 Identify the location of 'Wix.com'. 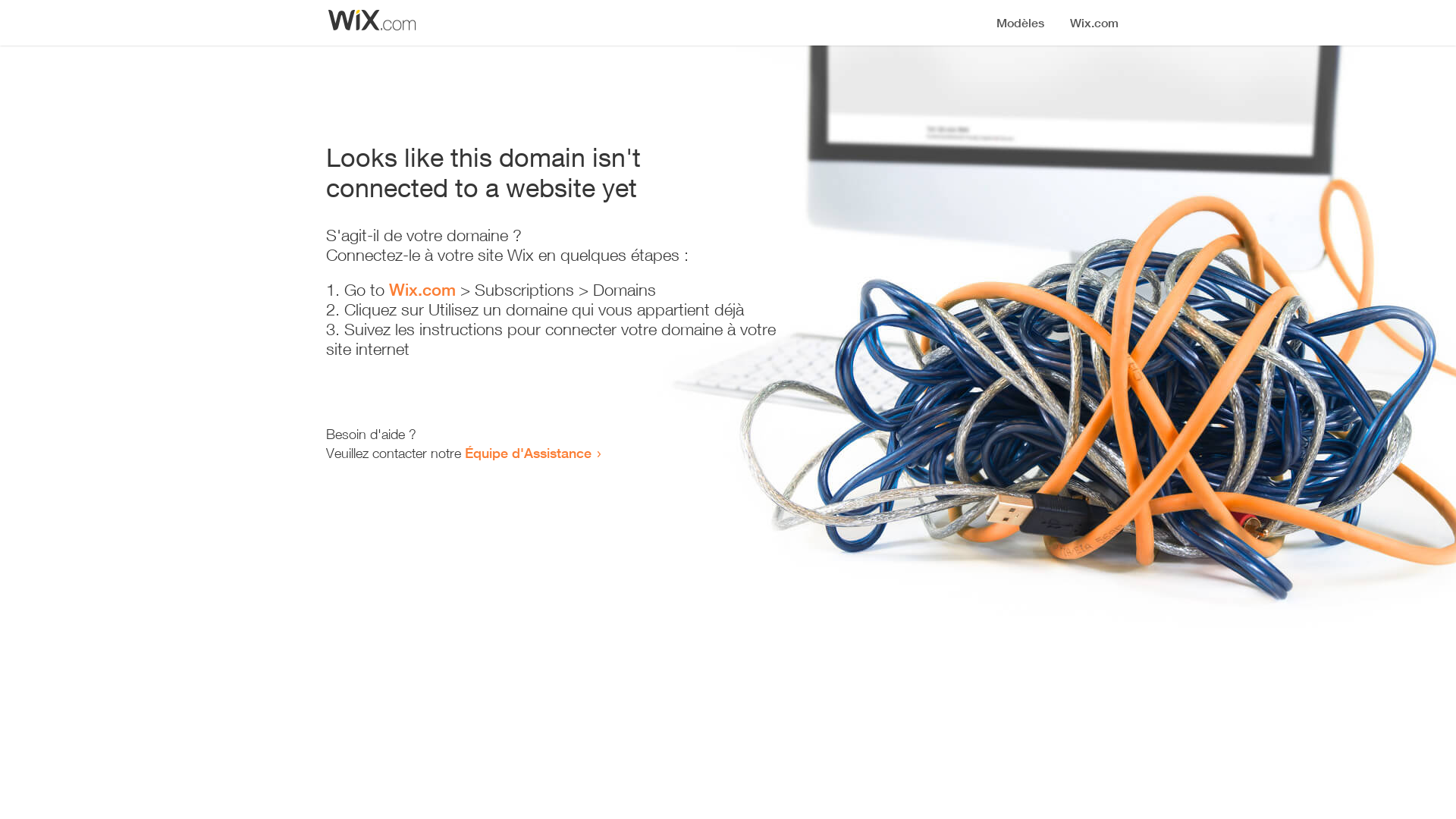
(422, 289).